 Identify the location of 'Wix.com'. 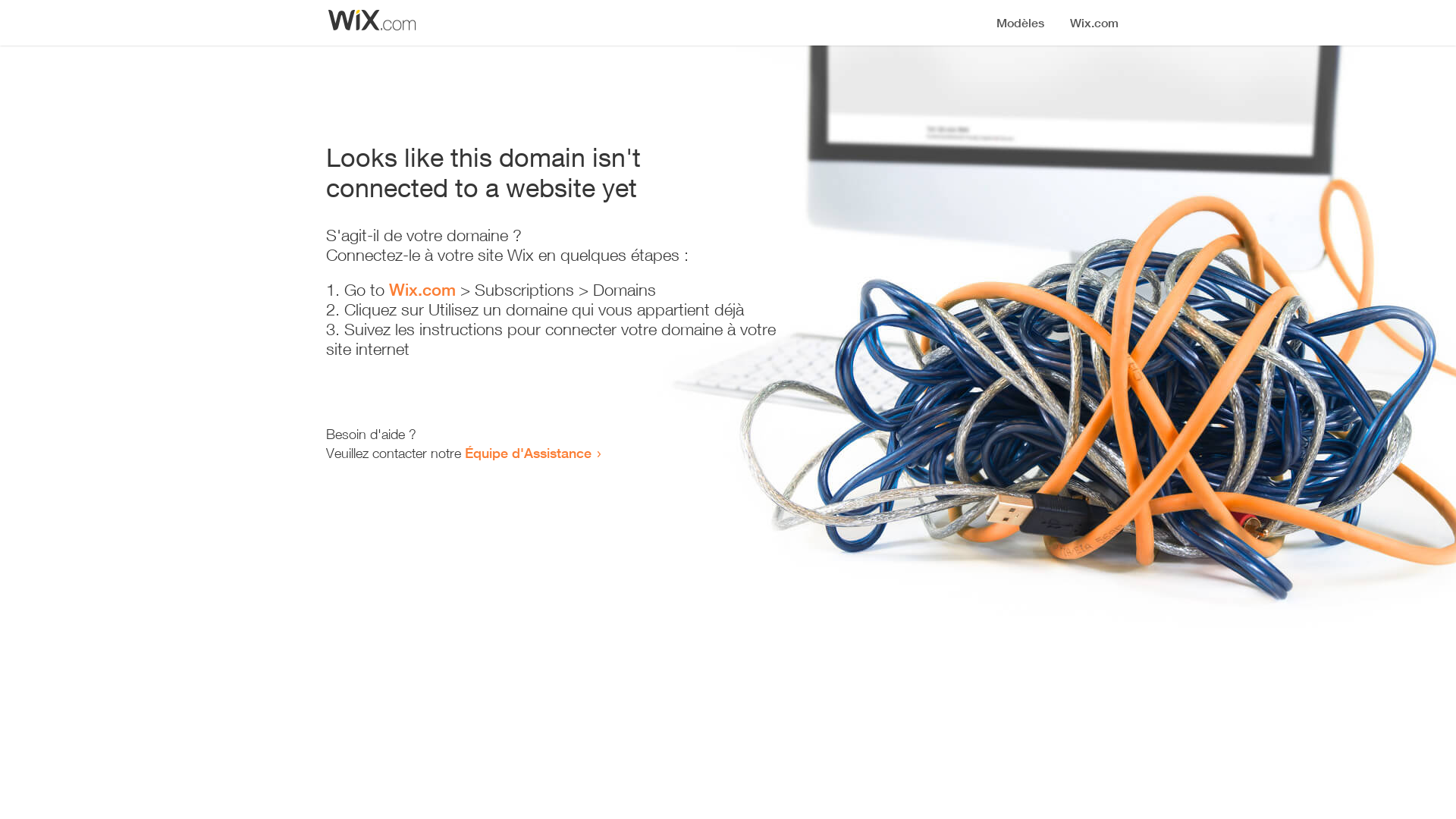
(422, 289).